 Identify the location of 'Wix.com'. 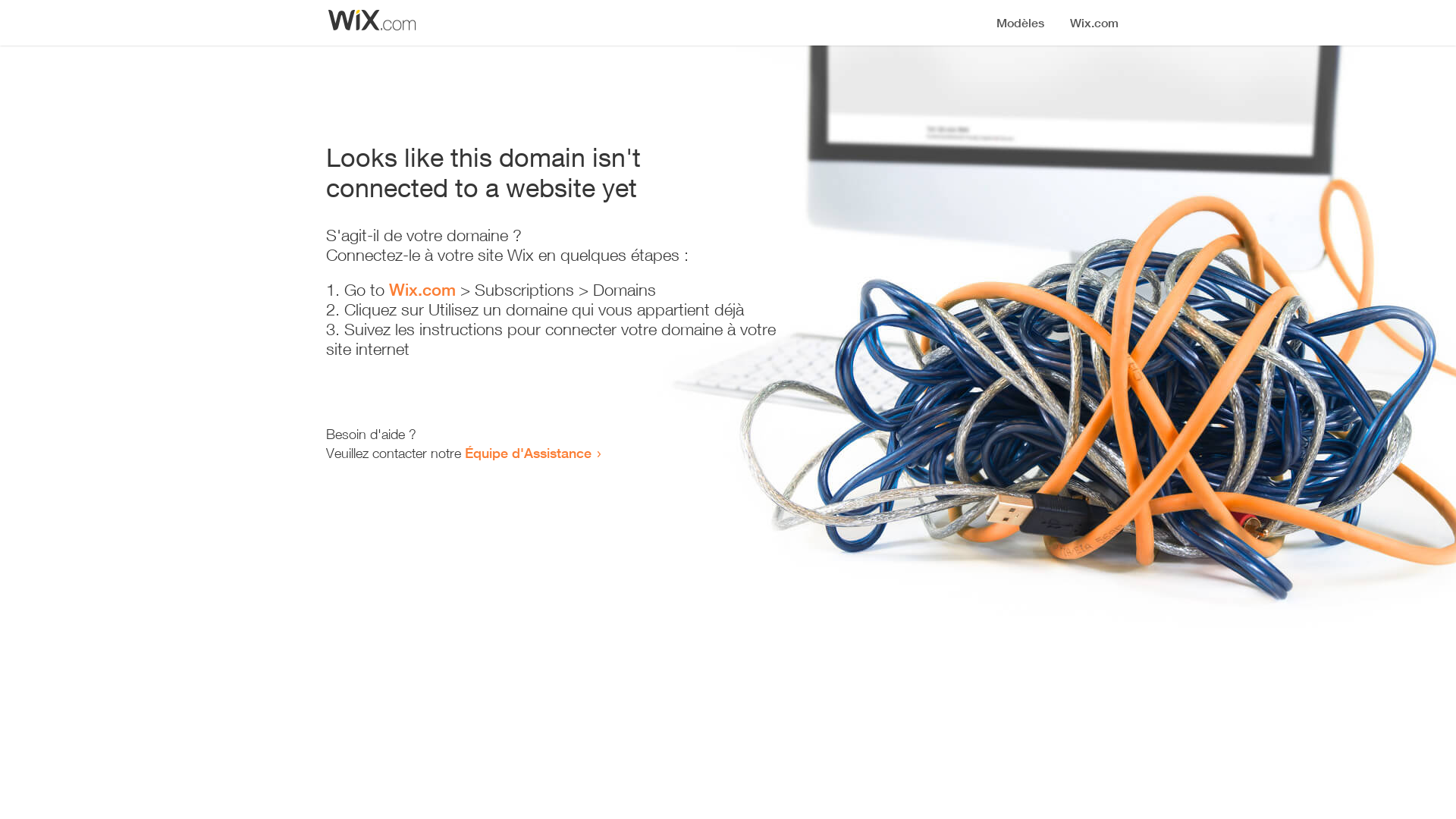
(422, 289).